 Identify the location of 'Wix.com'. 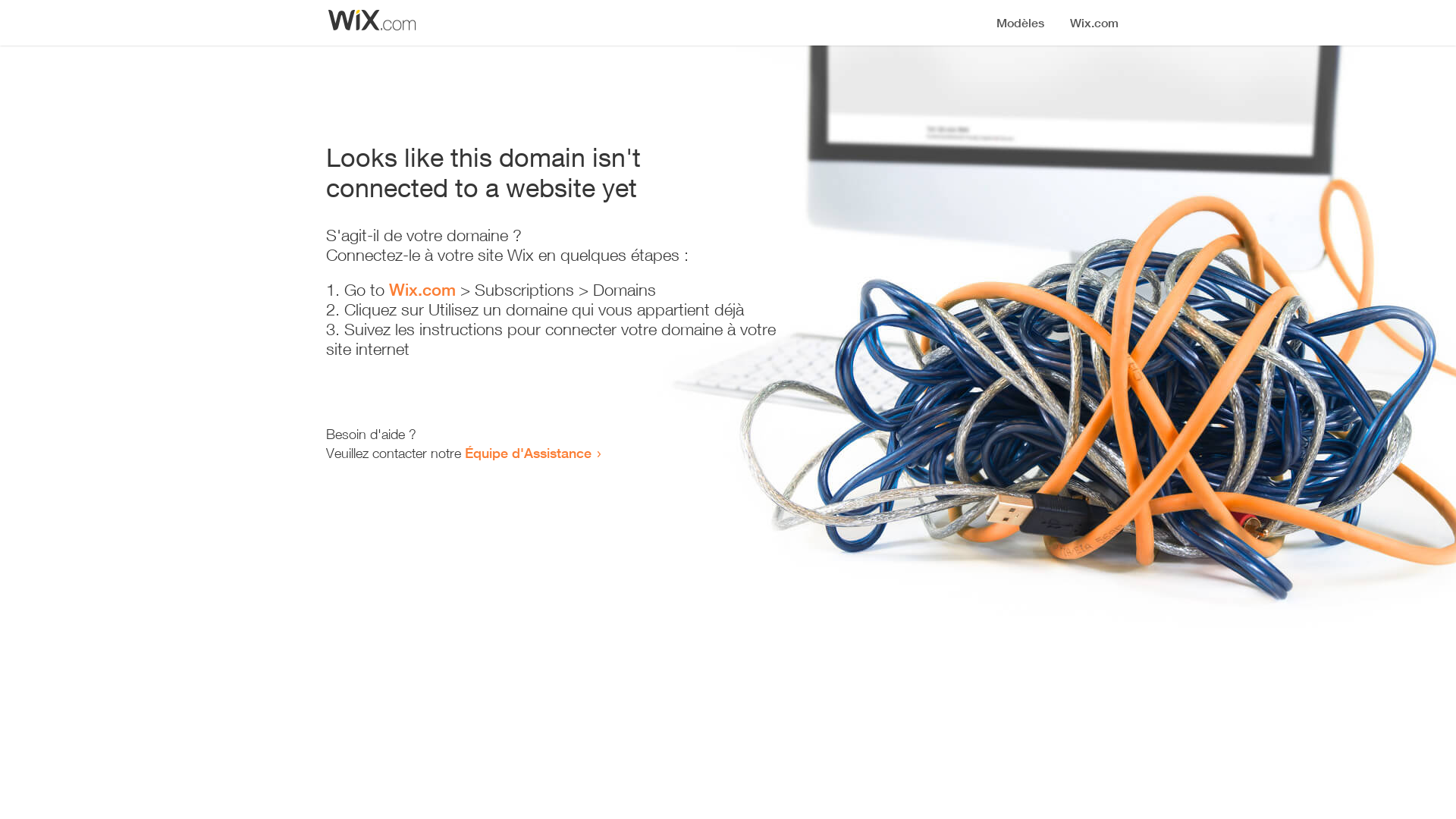
(422, 289).